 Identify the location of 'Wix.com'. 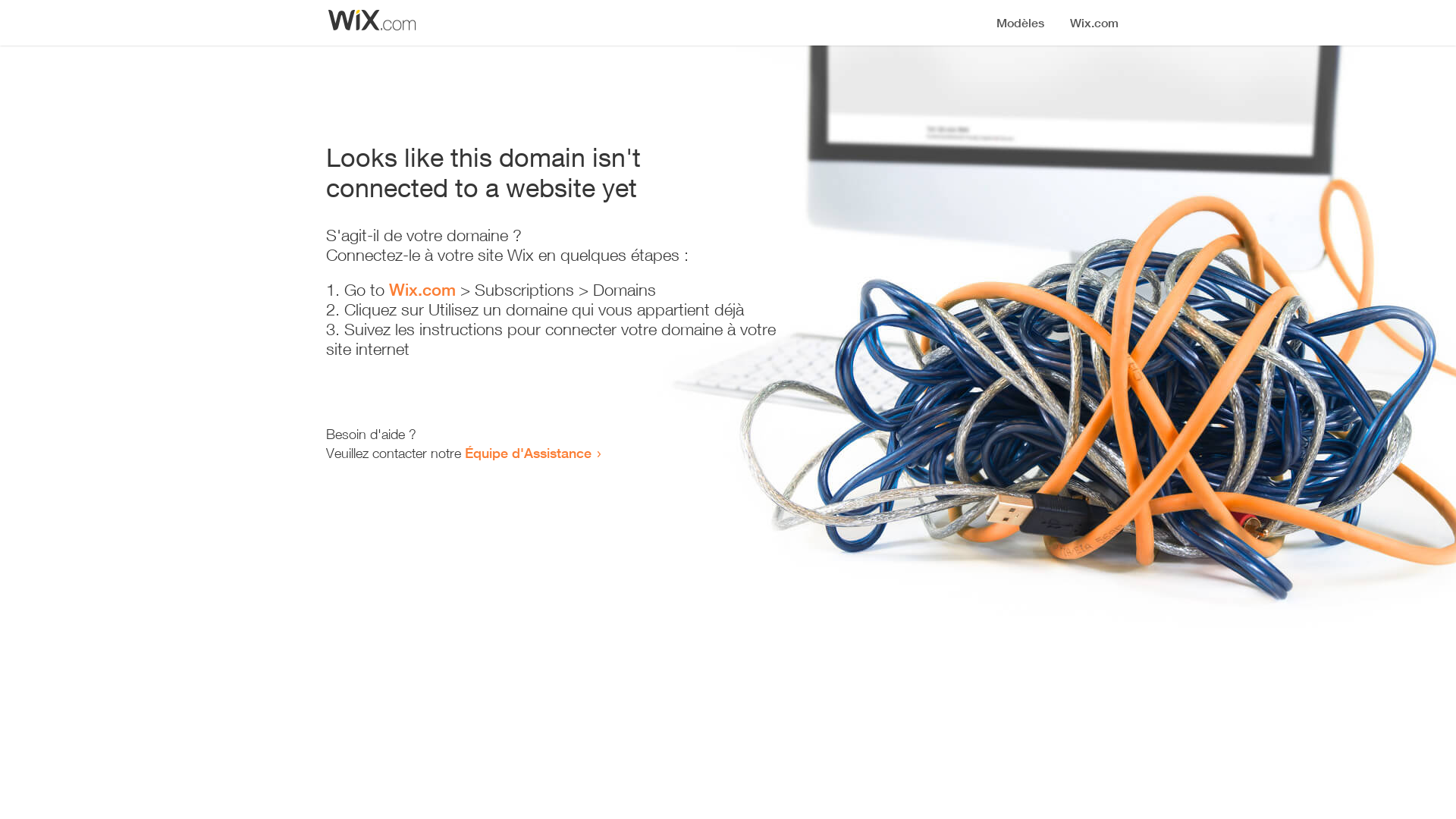
(422, 289).